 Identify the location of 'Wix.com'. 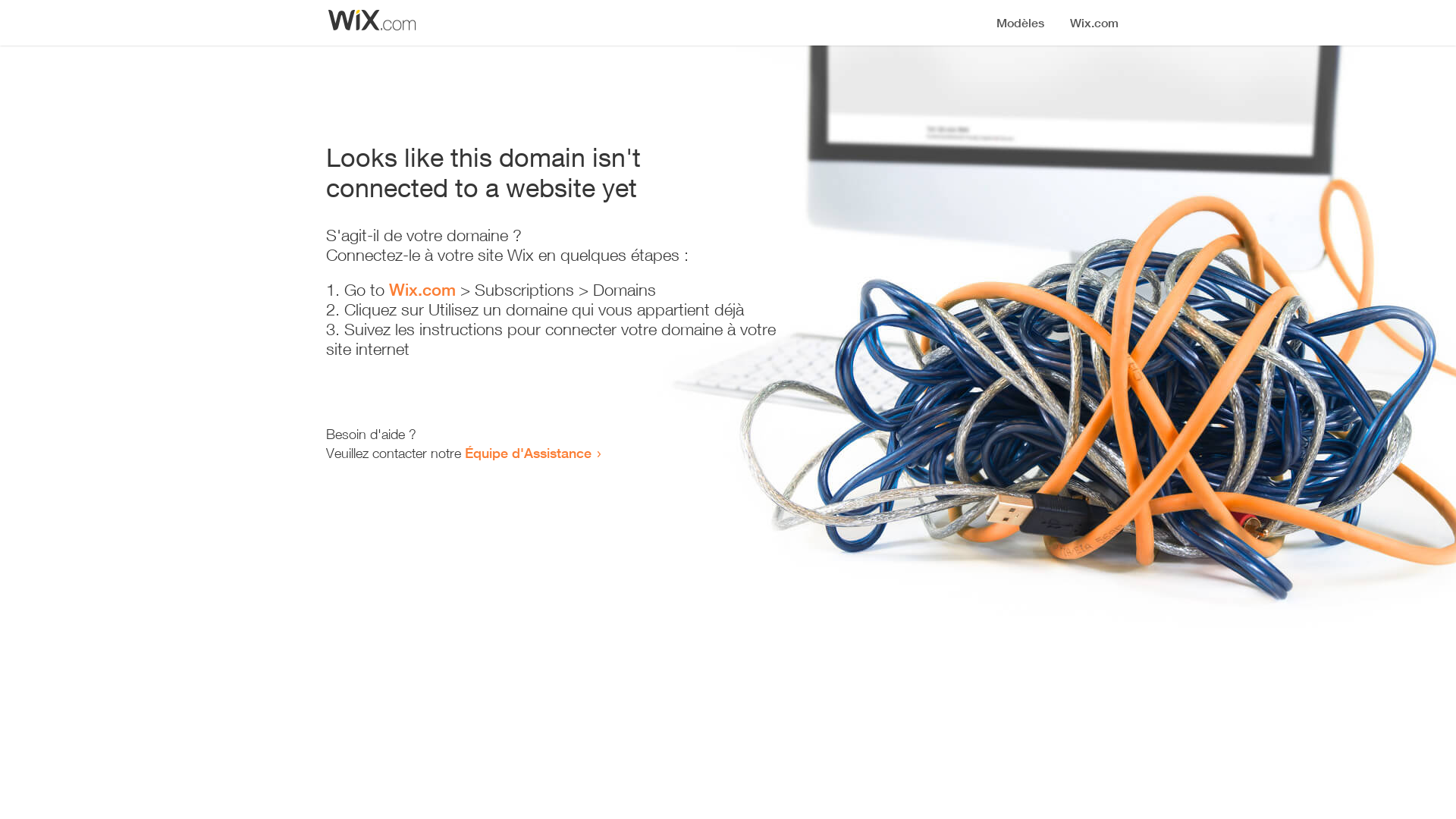
(422, 289).